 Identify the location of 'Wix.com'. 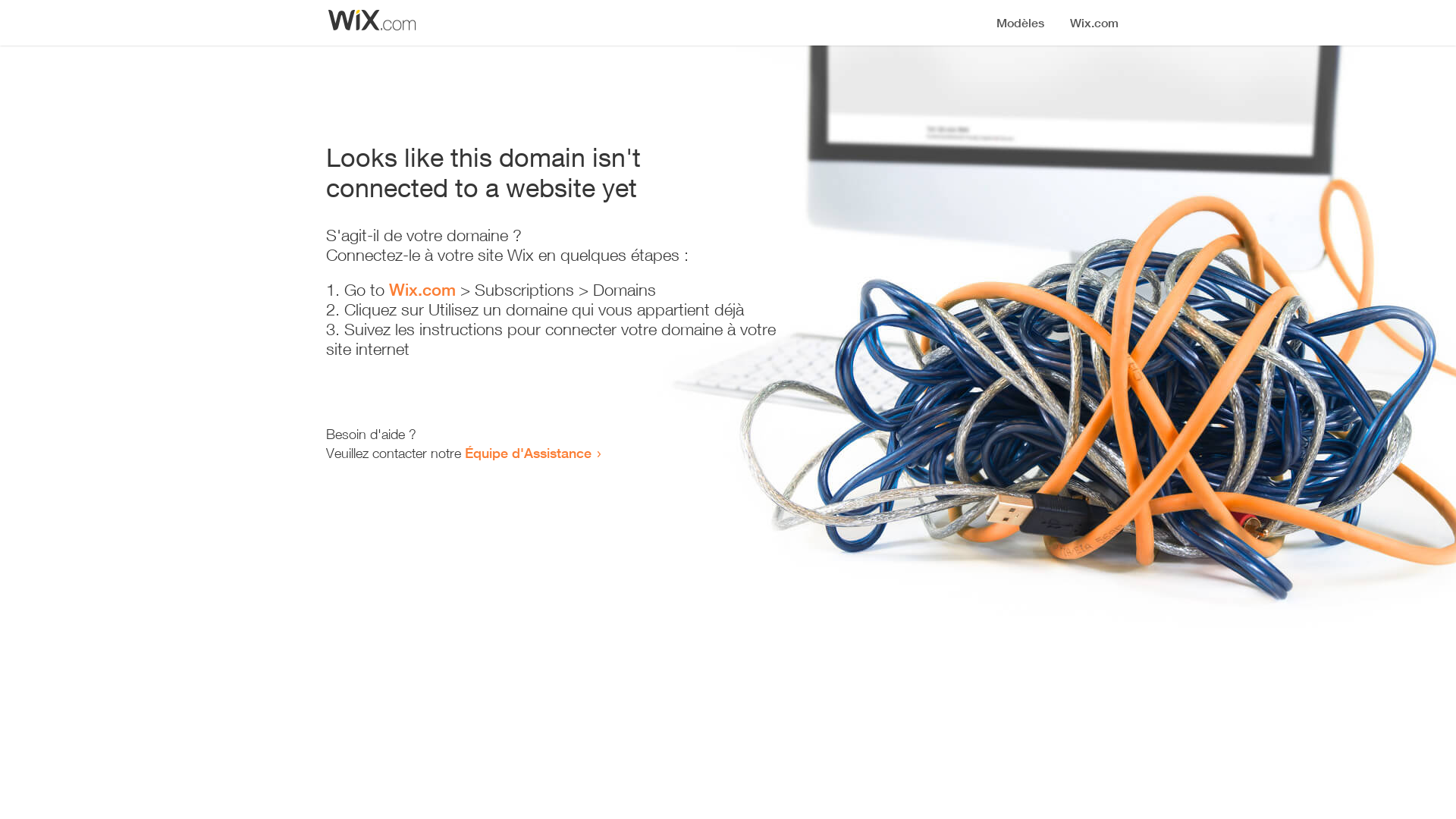
(422, 289).